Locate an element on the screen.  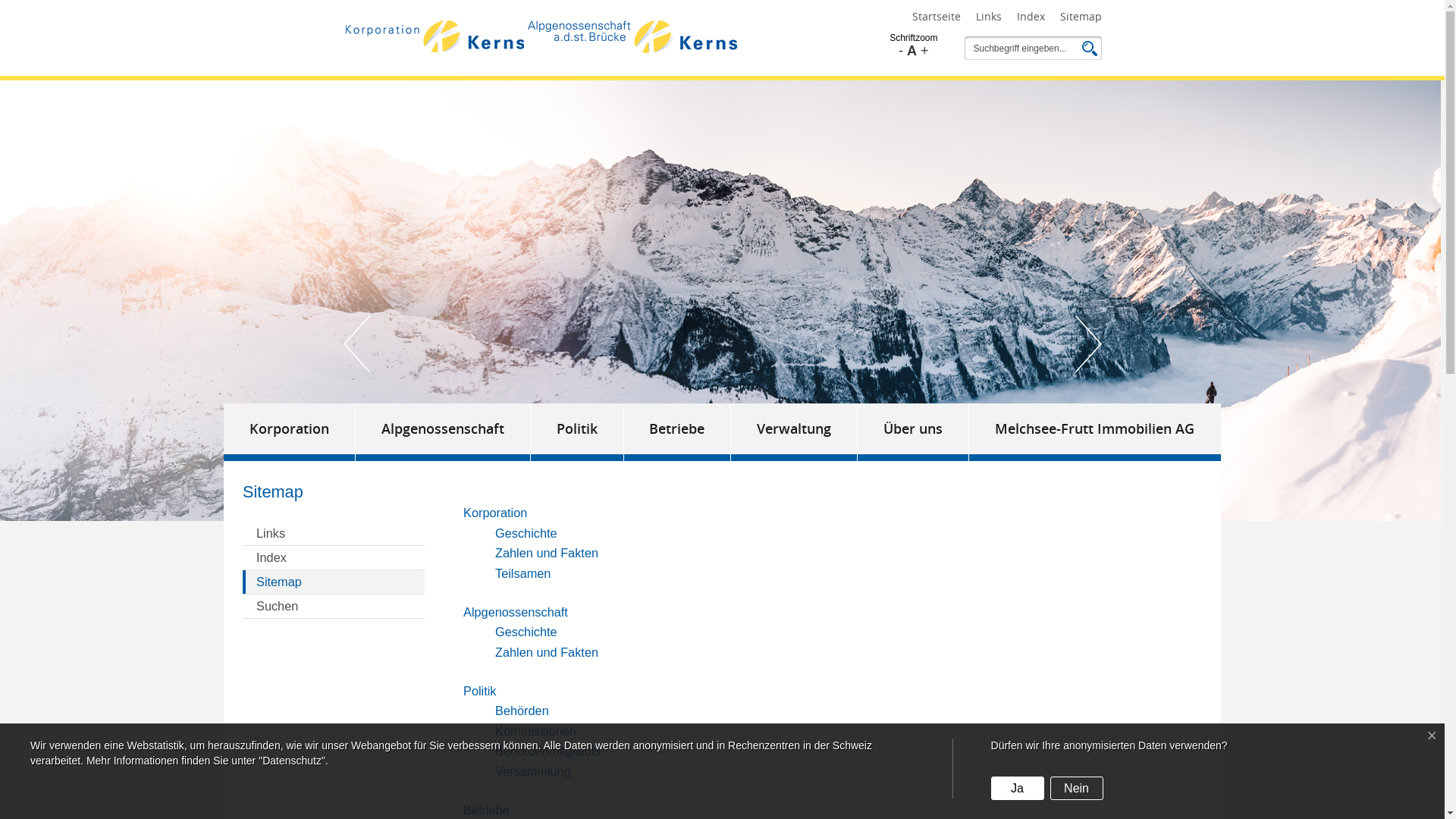
'Suchbegriff eingeben...' is located at coordinates (1022, 48).